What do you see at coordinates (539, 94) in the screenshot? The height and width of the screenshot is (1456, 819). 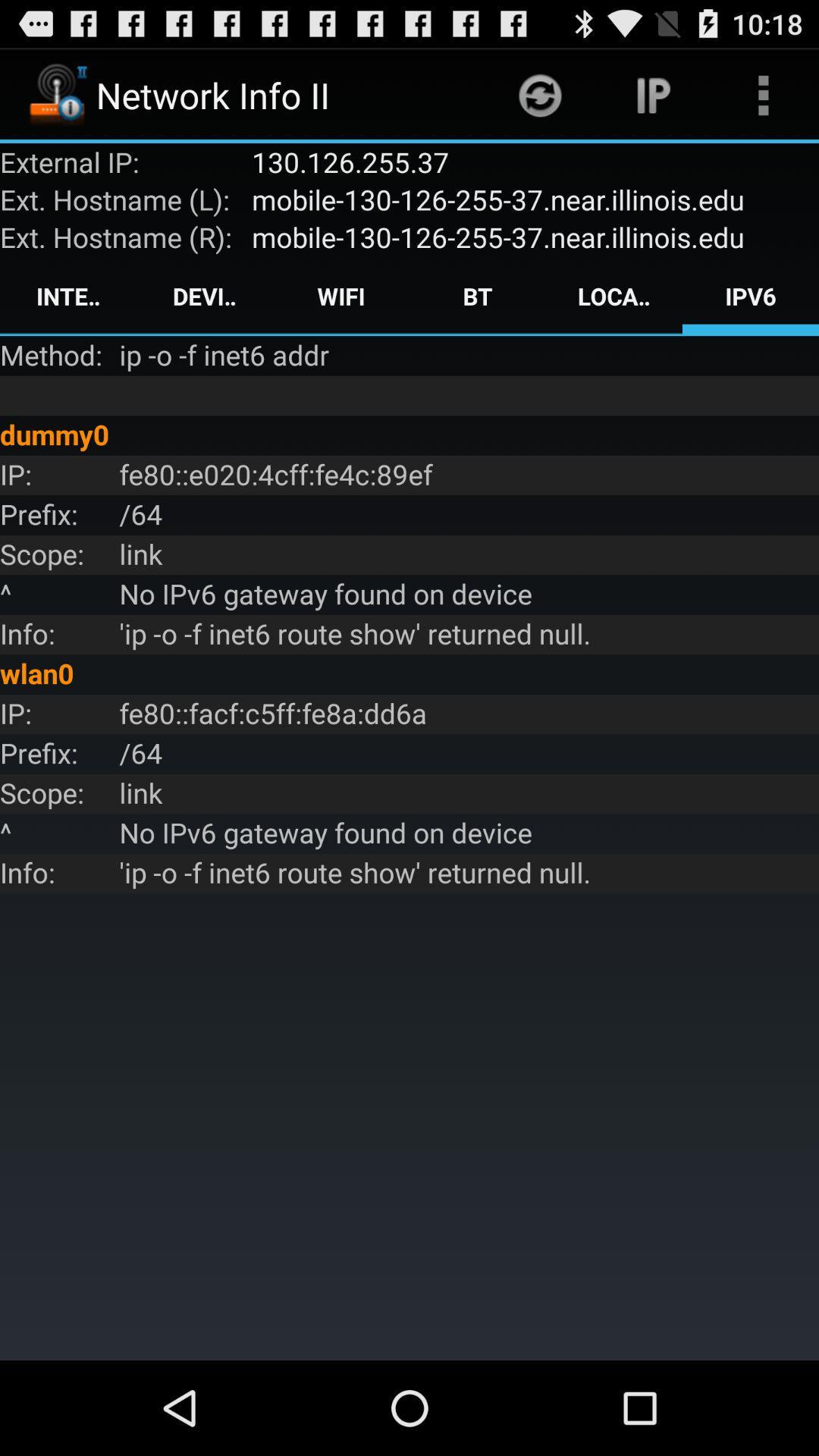 I see `app above 130 126 255` at bounding box center [539, 94].